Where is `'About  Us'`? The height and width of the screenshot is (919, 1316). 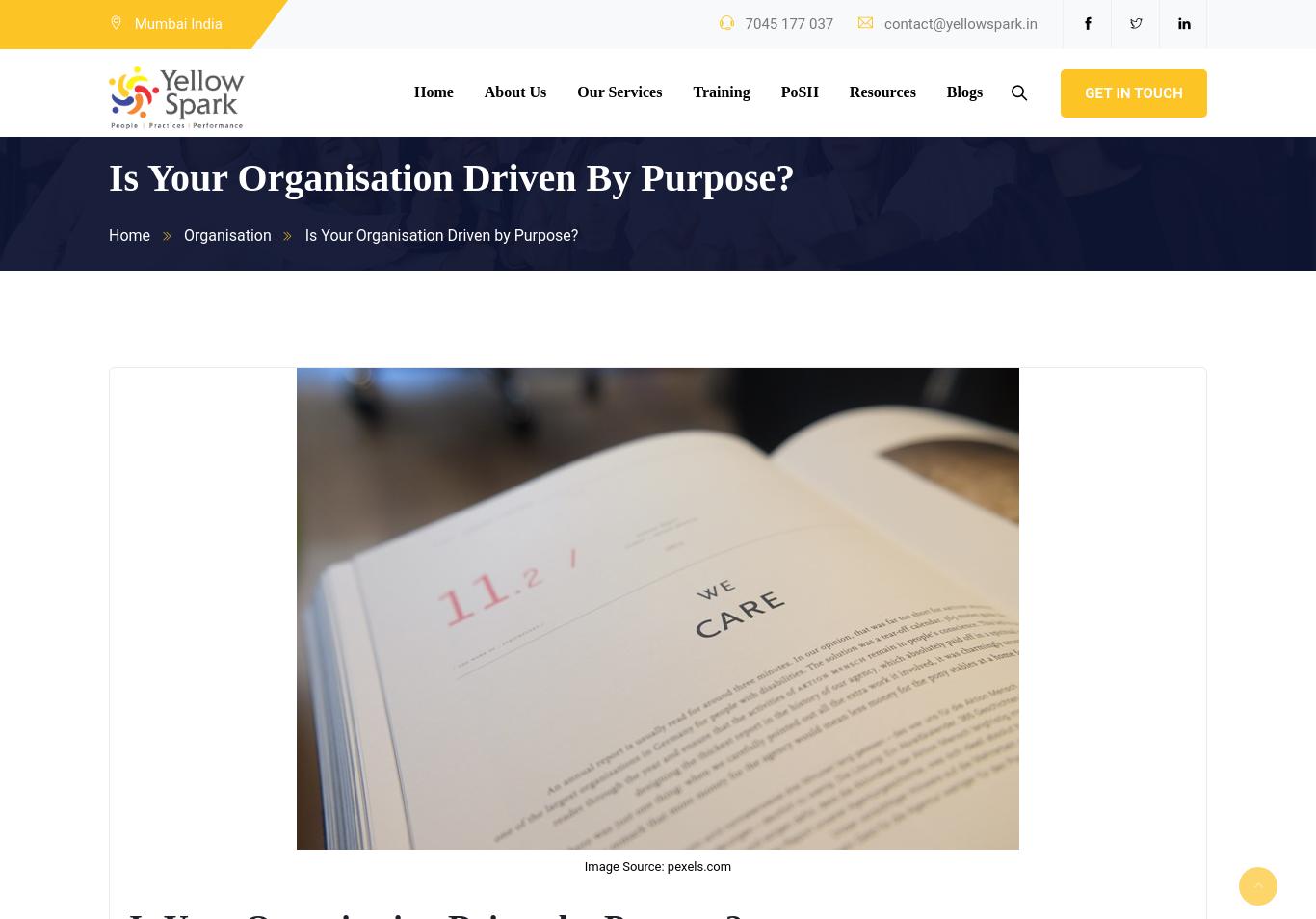 'About  Us' is located at coordinates (514, 91).